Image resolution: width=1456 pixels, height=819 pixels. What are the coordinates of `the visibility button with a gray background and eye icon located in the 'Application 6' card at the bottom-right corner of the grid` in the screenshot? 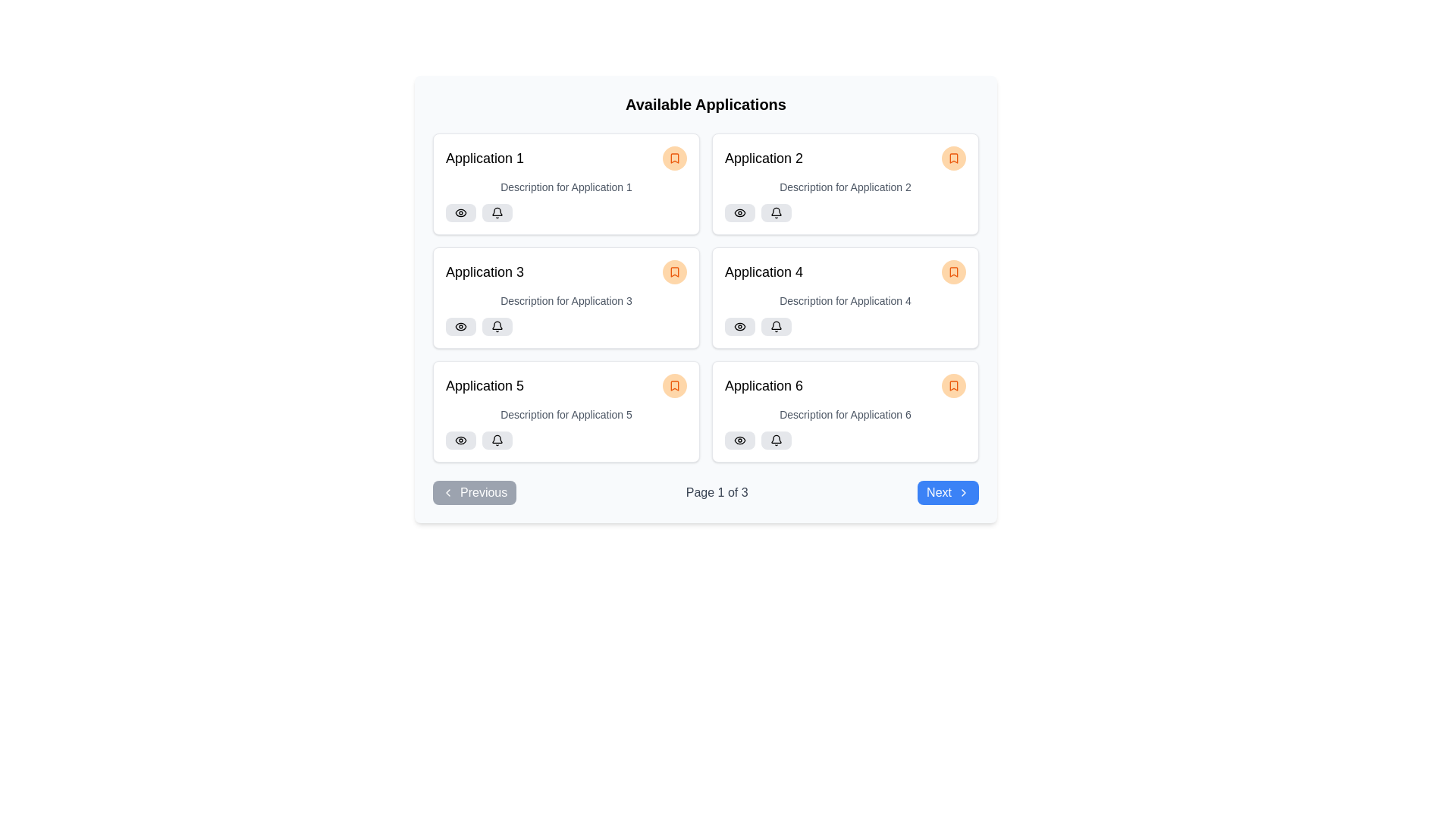 It's located at (739, 441).